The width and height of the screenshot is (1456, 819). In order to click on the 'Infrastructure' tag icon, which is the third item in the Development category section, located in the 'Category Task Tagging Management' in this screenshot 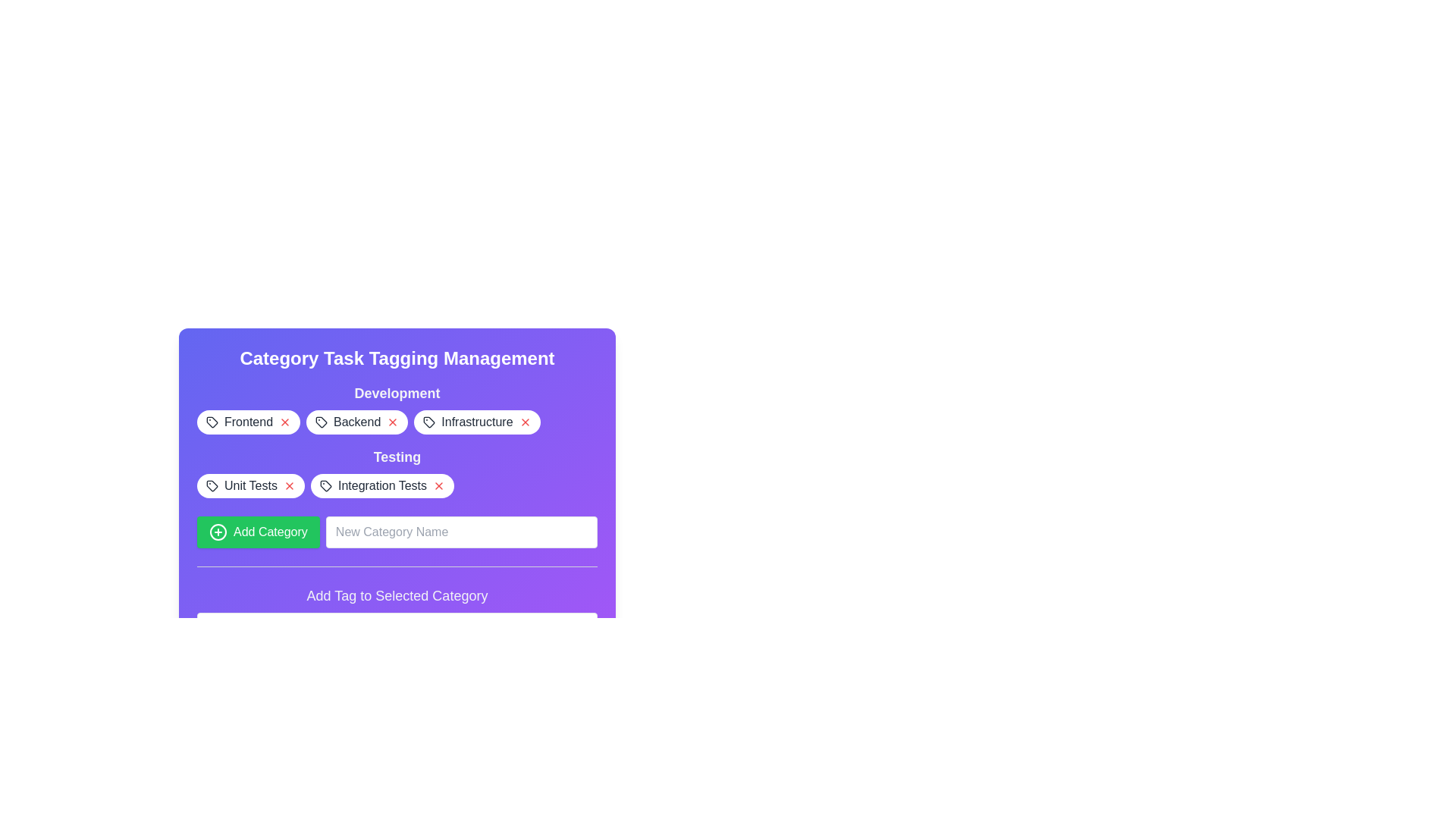, I will do `click(428, 422)`.